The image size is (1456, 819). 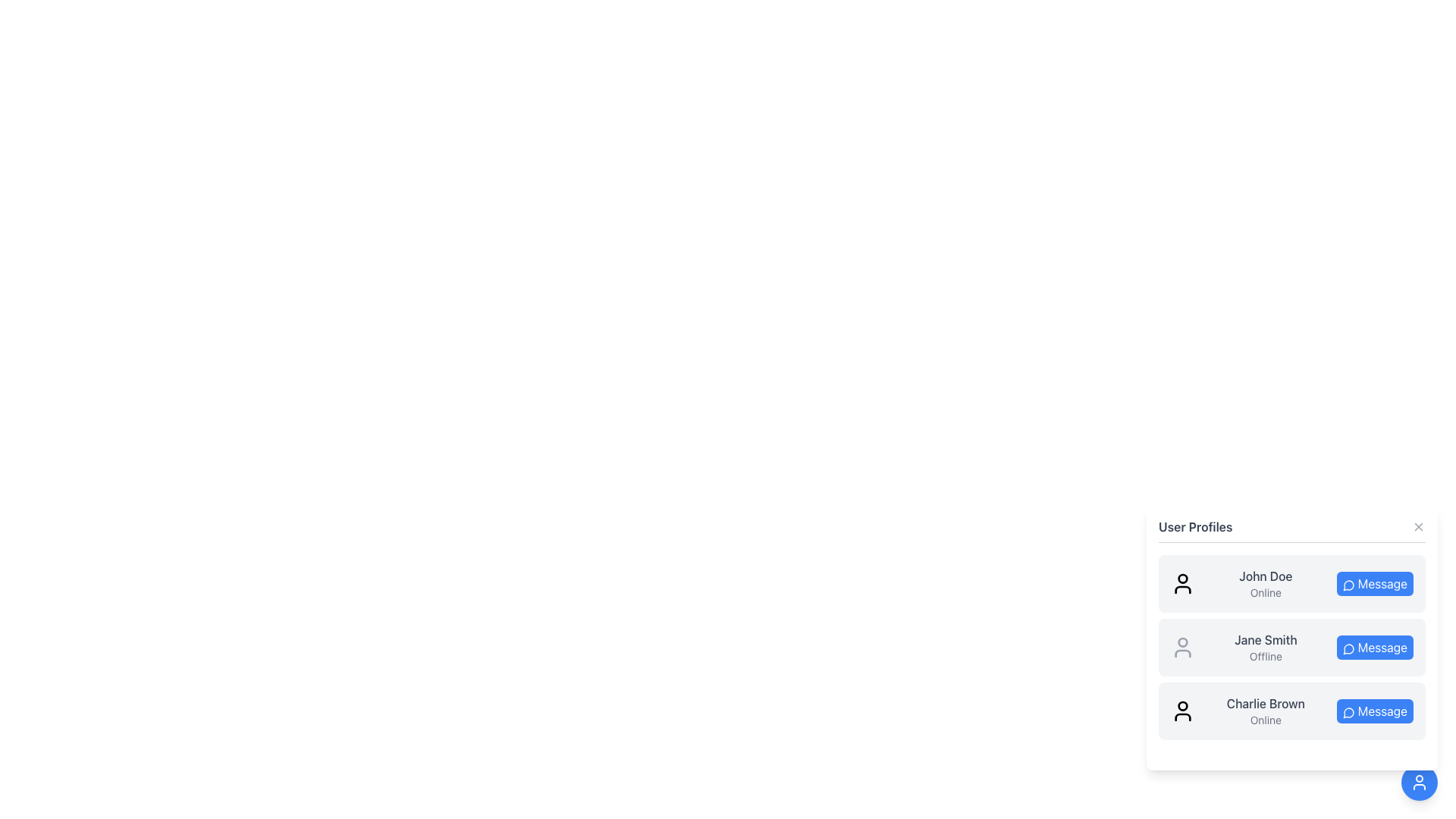 What do you see at coordinates (1418, 526) in the screenshot?
I see `the close button located in the top-right corner of the user profile panel` at bounding box center [1418, 526].